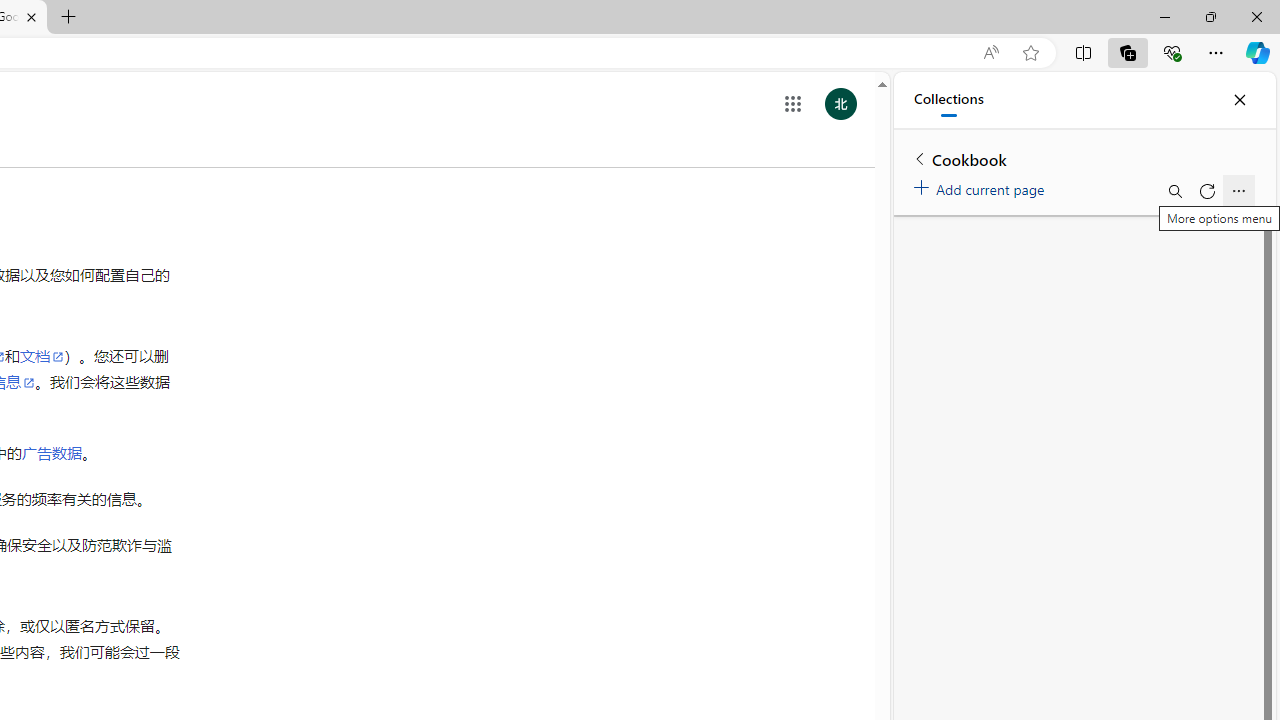  What do you see at coordinates (983, 186) in the screenshot?
I see `'Add current page'` at bounding box center [983, 186].